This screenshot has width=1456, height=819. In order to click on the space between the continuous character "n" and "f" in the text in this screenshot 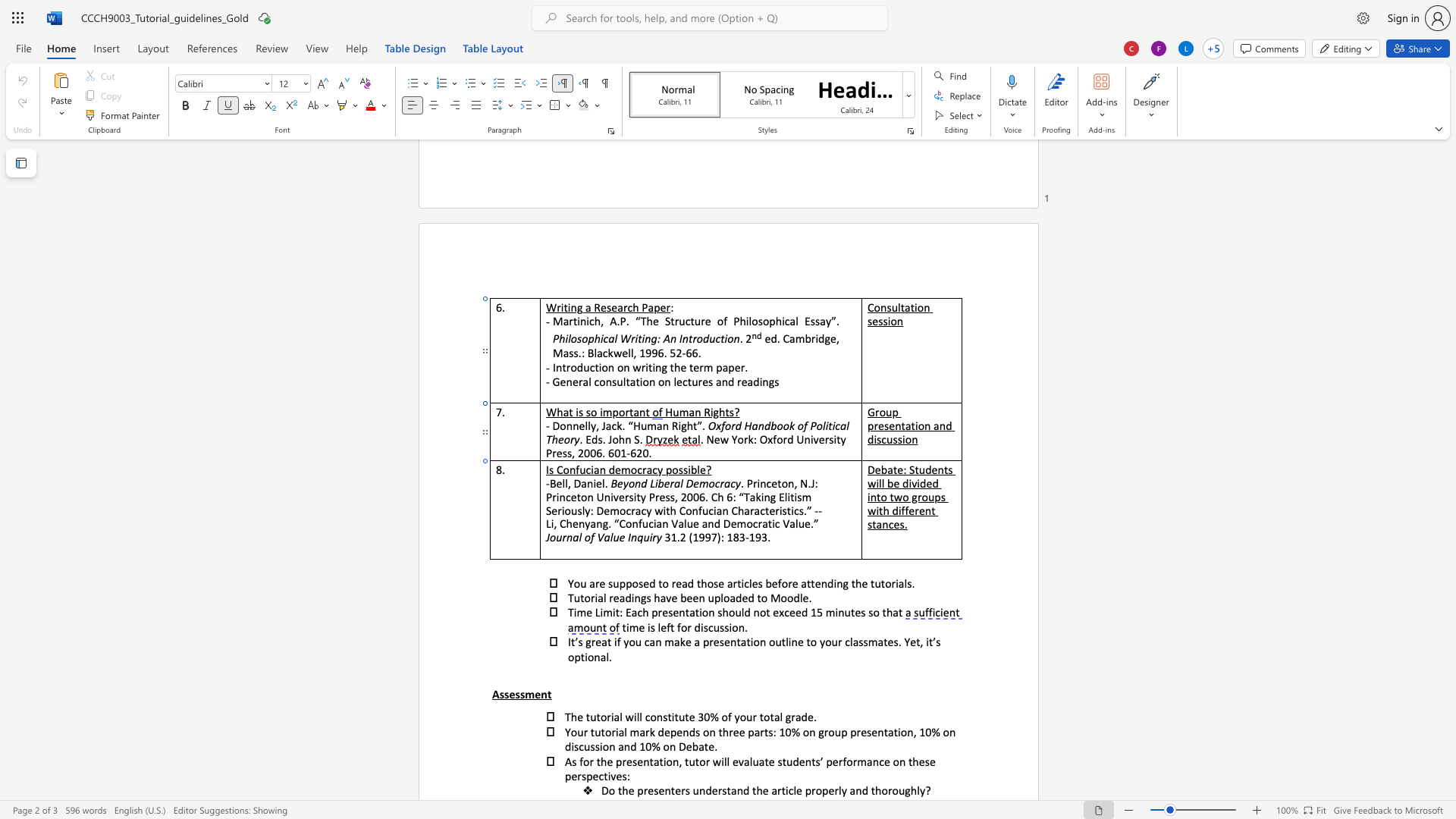, I will do `click(574, 469)`.